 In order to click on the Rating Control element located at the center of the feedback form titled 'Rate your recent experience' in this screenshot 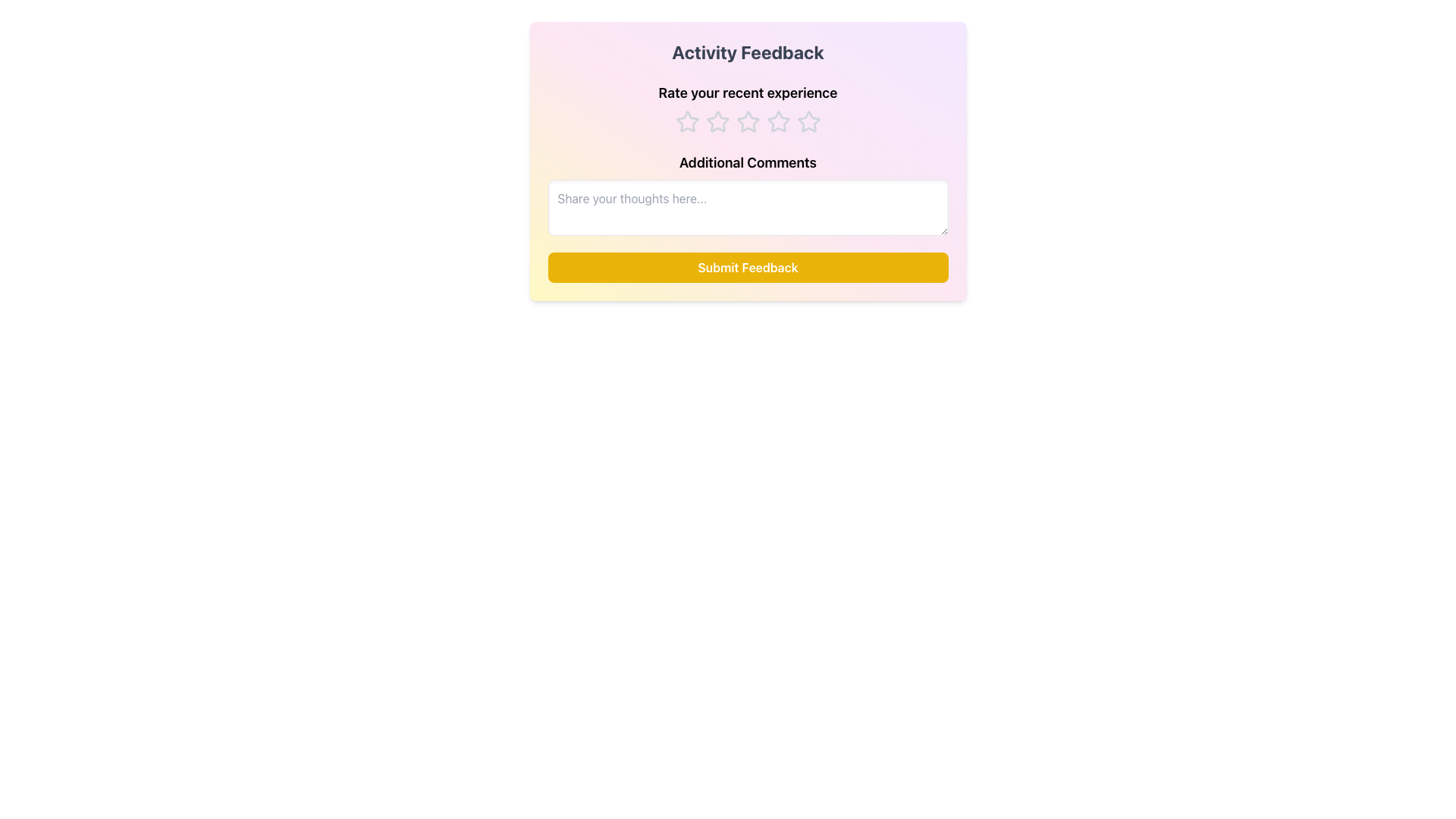, I will do `click(748, 121)`.